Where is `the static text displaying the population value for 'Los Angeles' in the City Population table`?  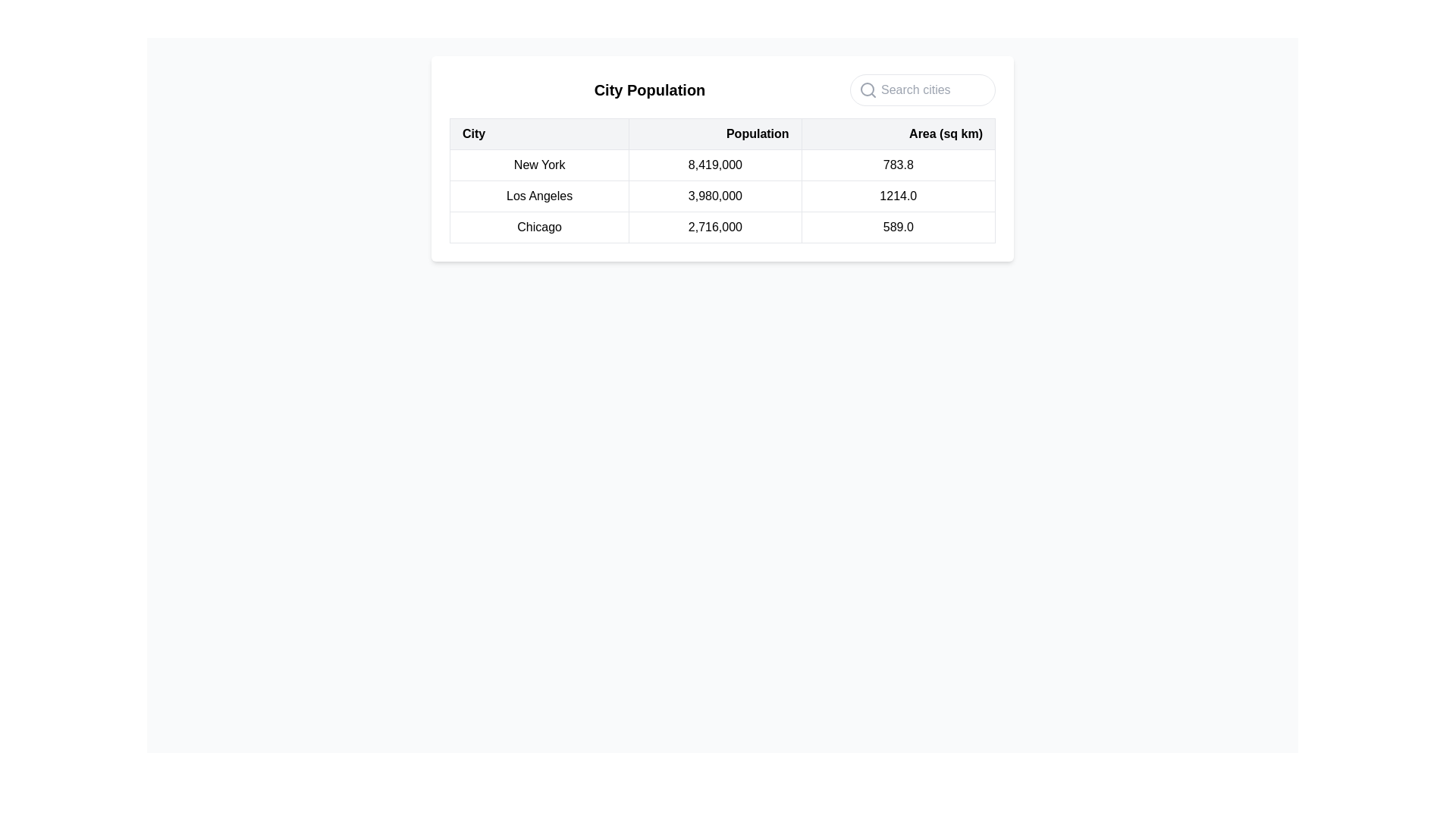
the static text displaying the population value for 'Los Angeles' in the City Population table is located at coordinates (714, 195).